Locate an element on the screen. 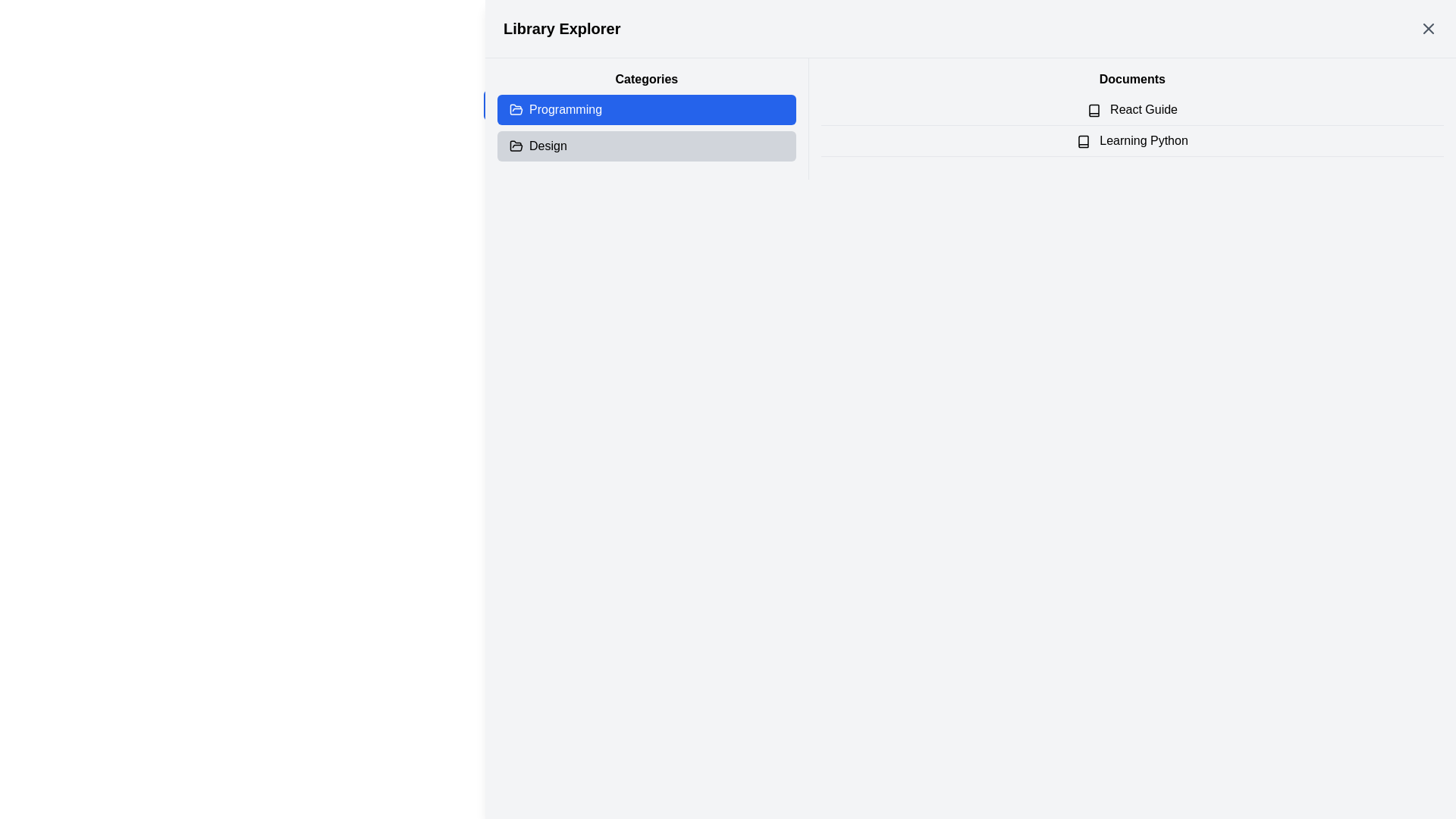 Image resolution: width=1456 pixels, height=819 pixels. the document icon representing a book in the 'Learning Python' row of the 'Documents' section is located at coordinates (1082, 141).